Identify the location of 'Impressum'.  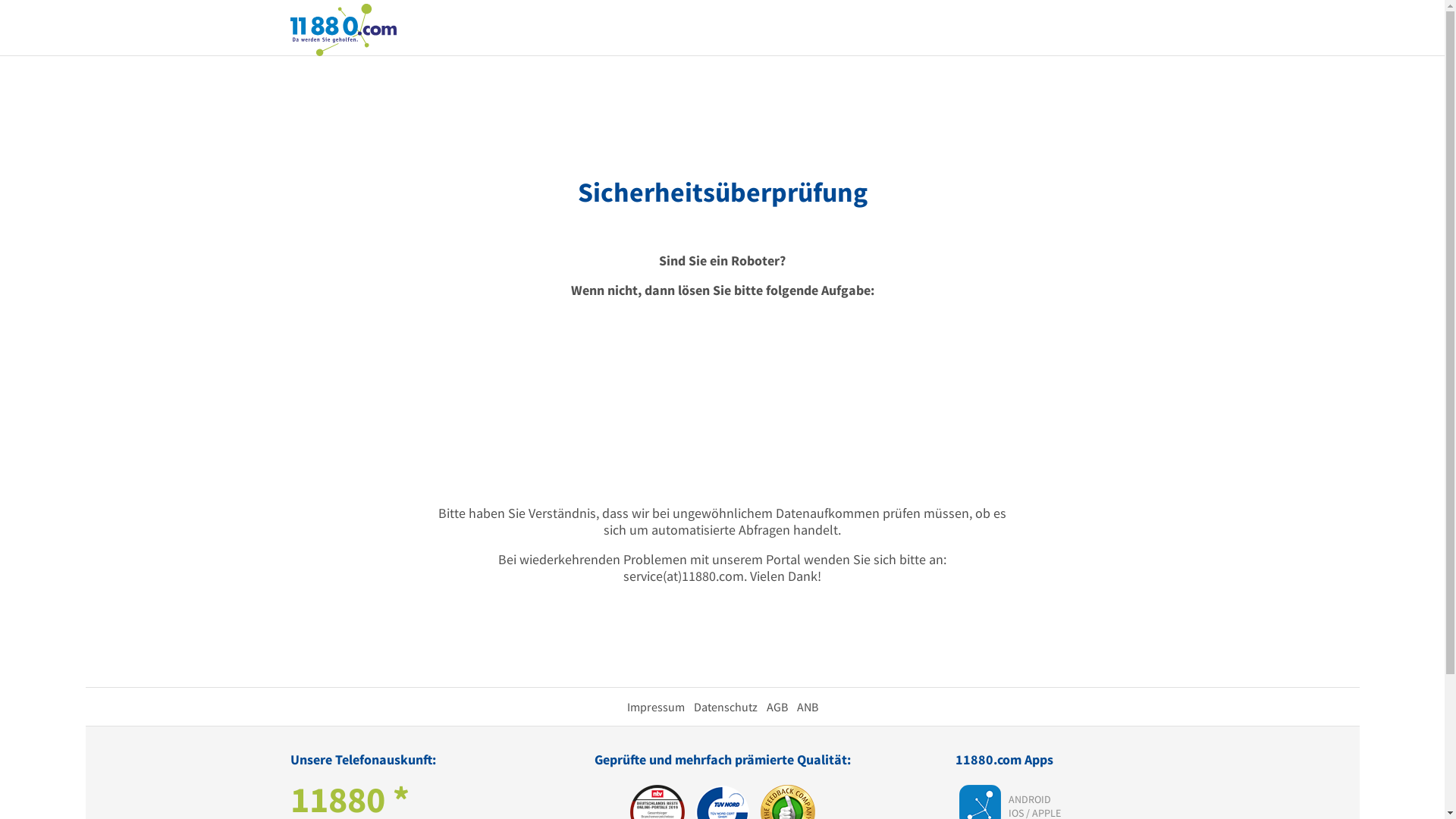
(655, 707).